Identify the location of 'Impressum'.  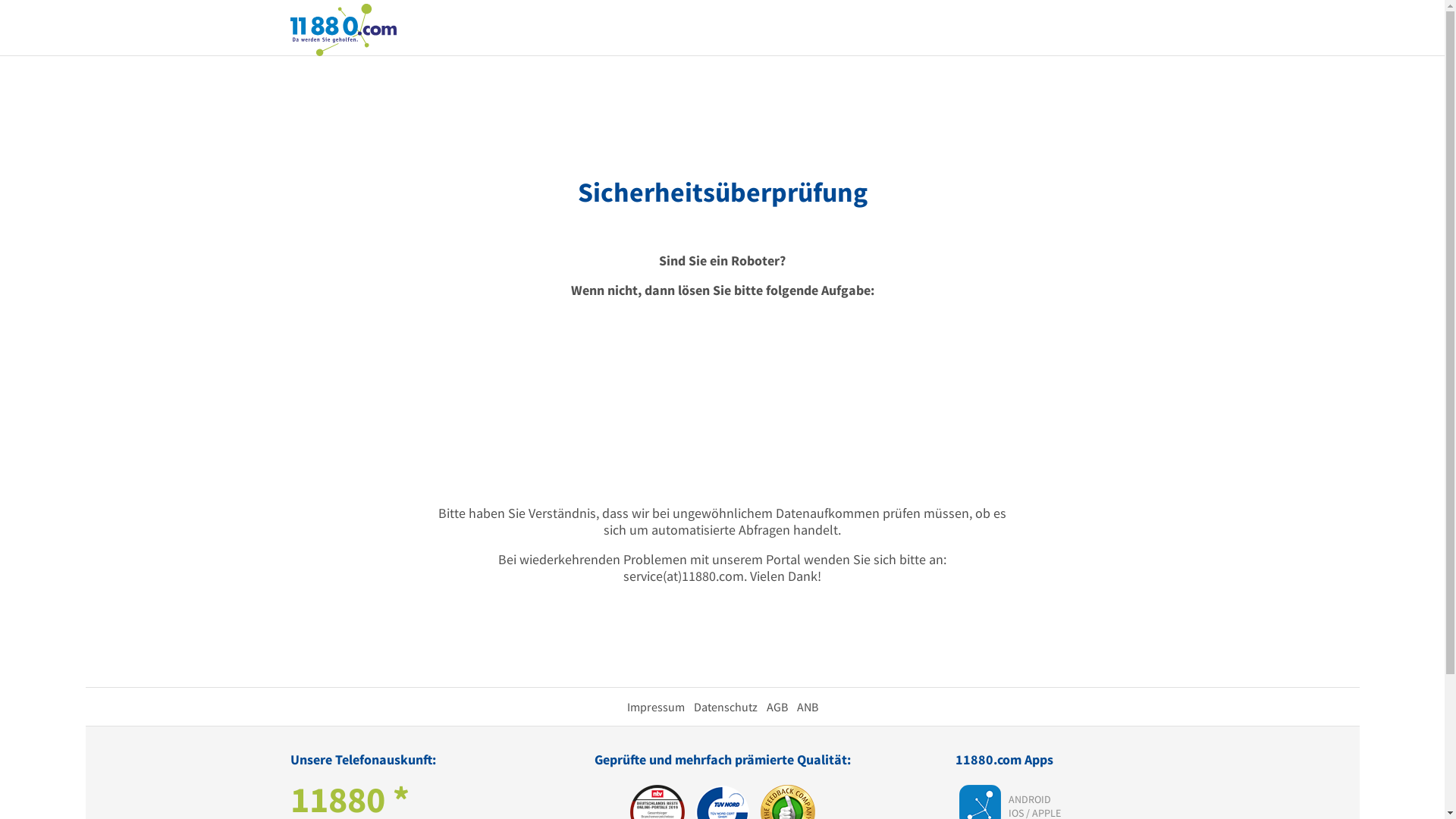
(655, 707).